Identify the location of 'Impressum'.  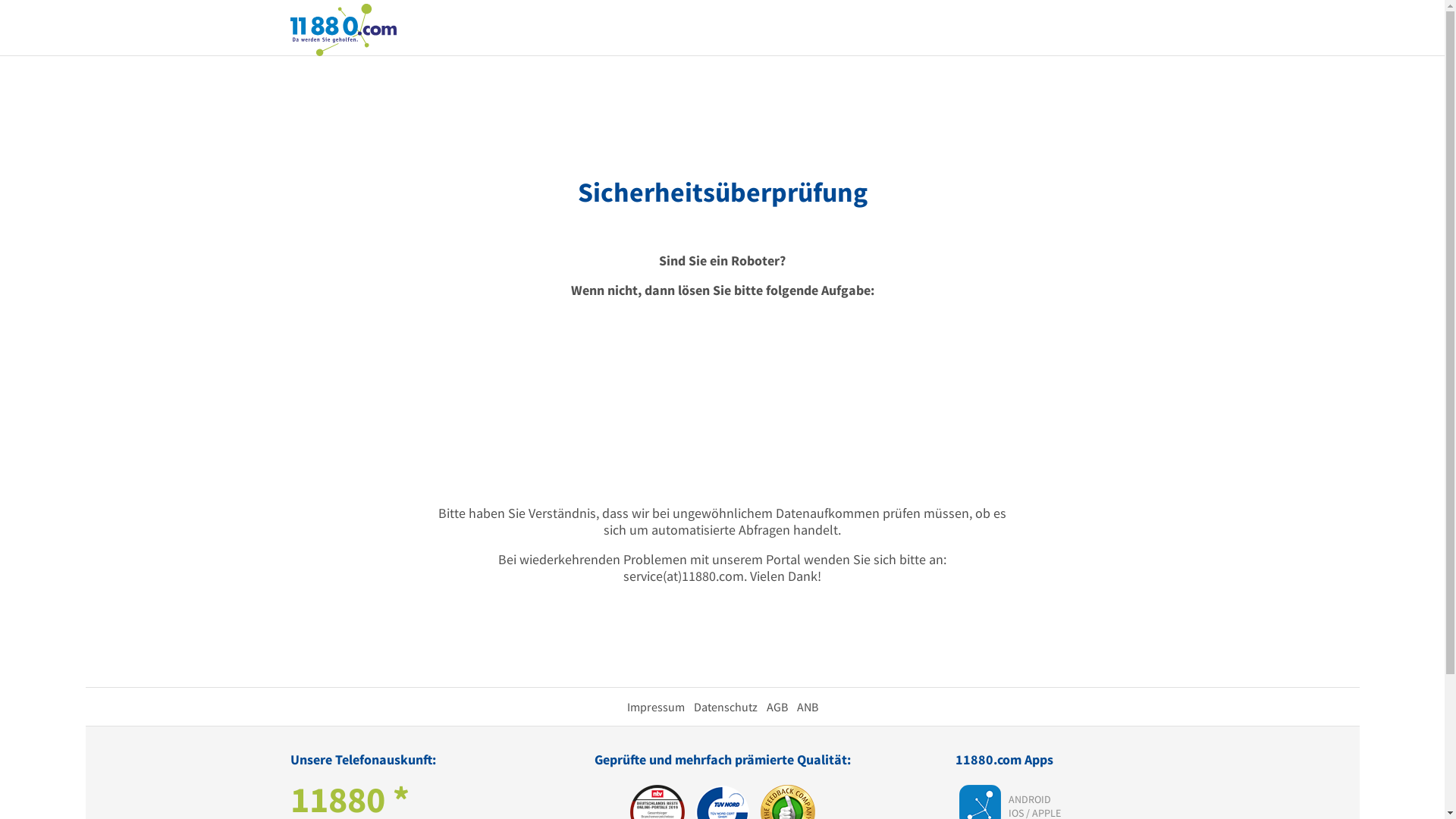
(655, 707).